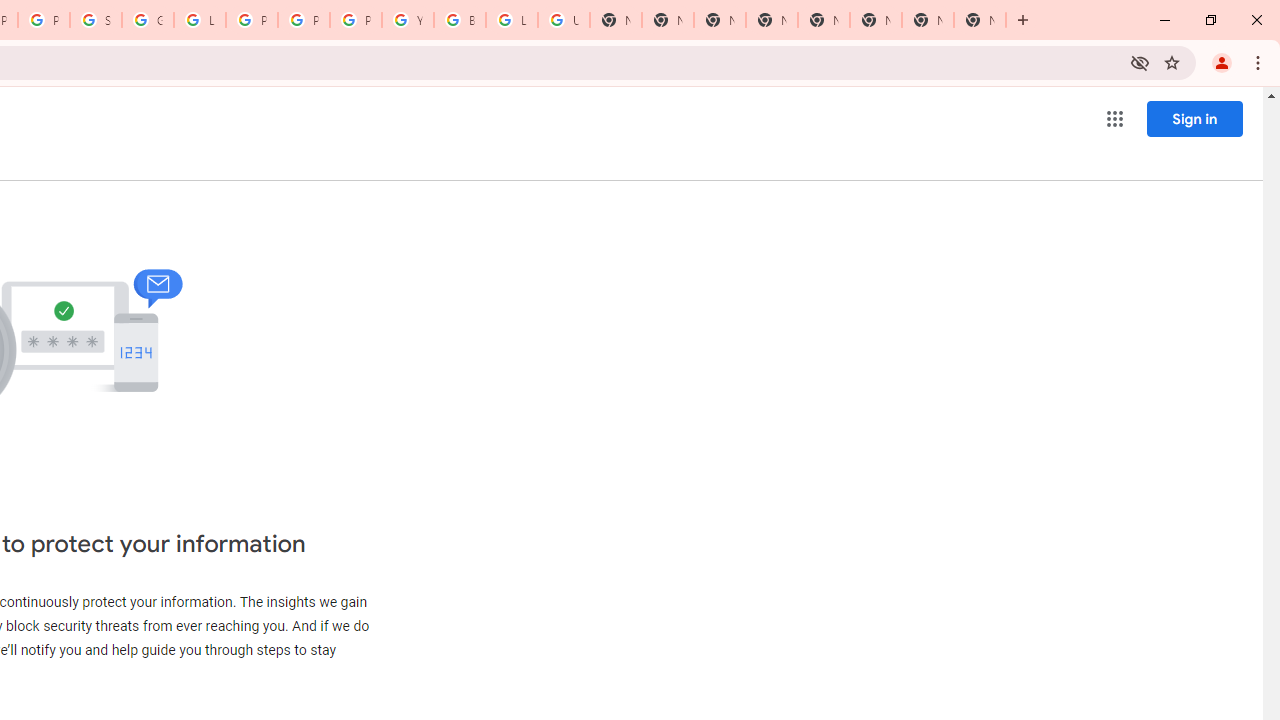  Describe the element at coordinates (95, 20) in the screenshot. I see `'Sign in - Google Accounts'` at that location.